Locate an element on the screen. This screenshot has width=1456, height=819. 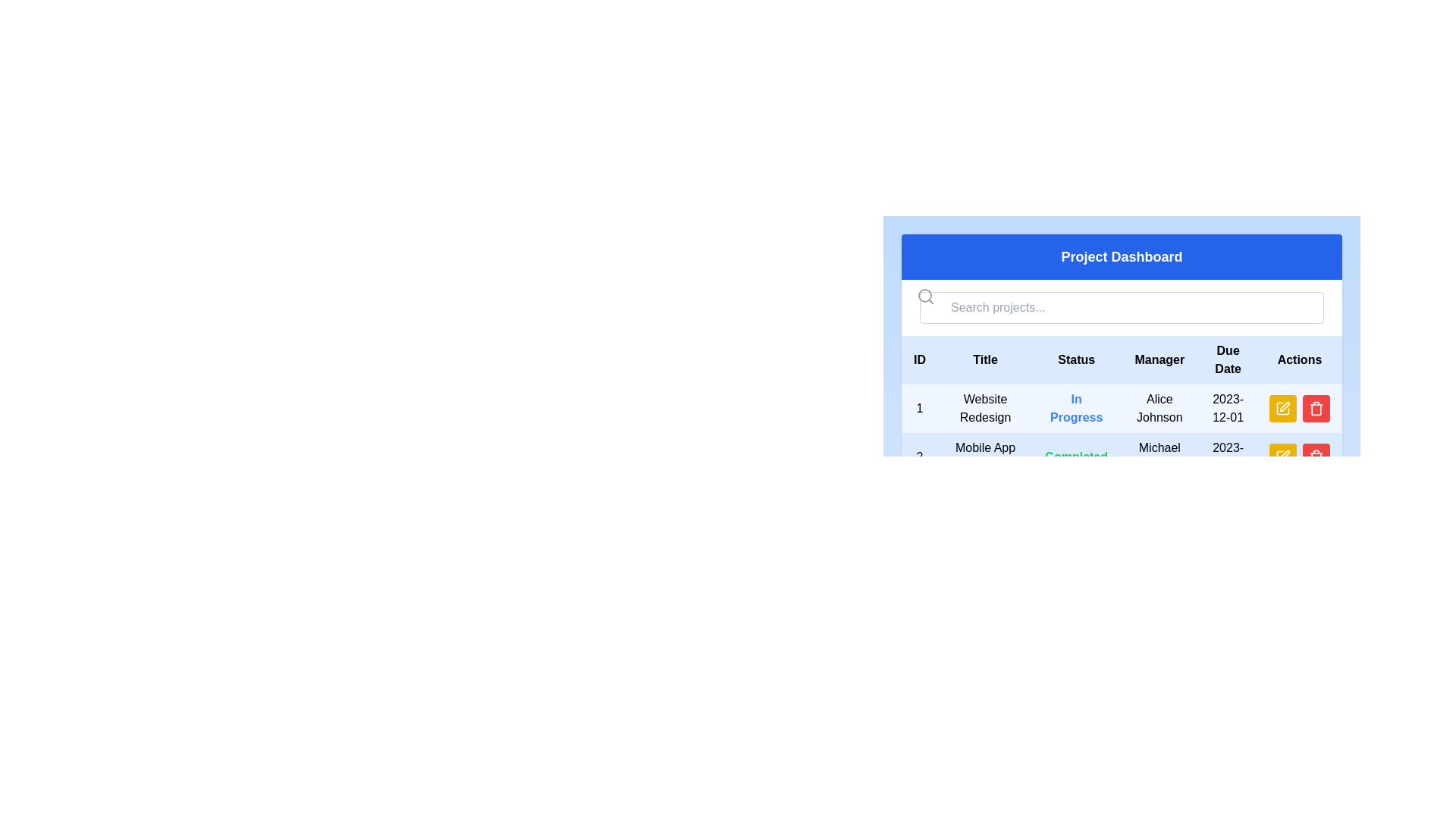
SVG Circle element that forms part of the magnifying glass in the search icon, located to the left of the search bar is located at coordinates (924, 295).